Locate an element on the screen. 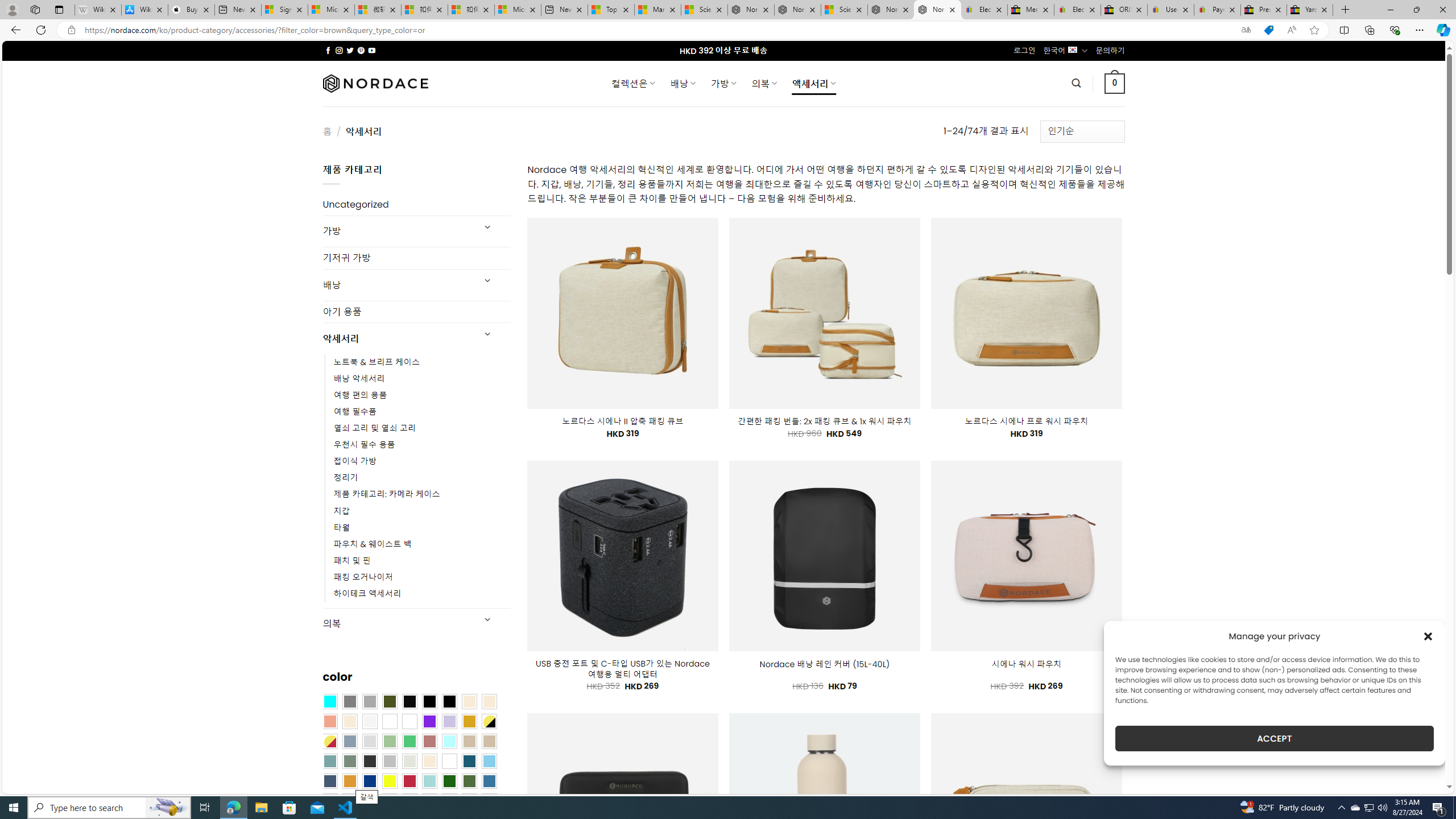  'Yard, Garden & Outdoor Living' is located at coordinates (1309, 9).